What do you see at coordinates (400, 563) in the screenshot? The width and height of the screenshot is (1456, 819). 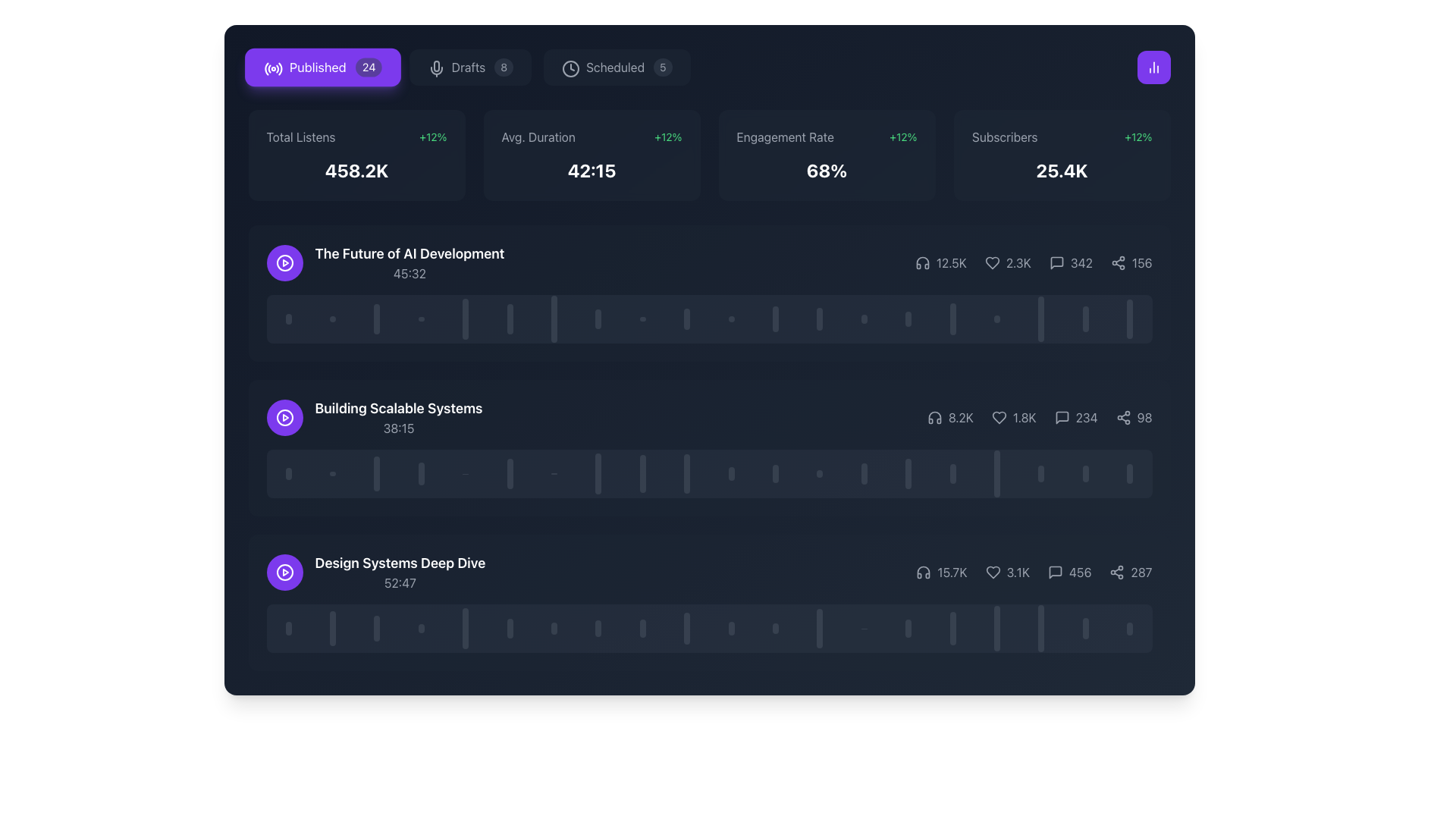 I see `the label displaying 'Design Systems Deep Dive' which is styled in bold white font and positioned above the duration text '52:47'` at bounding box center [400, 563].